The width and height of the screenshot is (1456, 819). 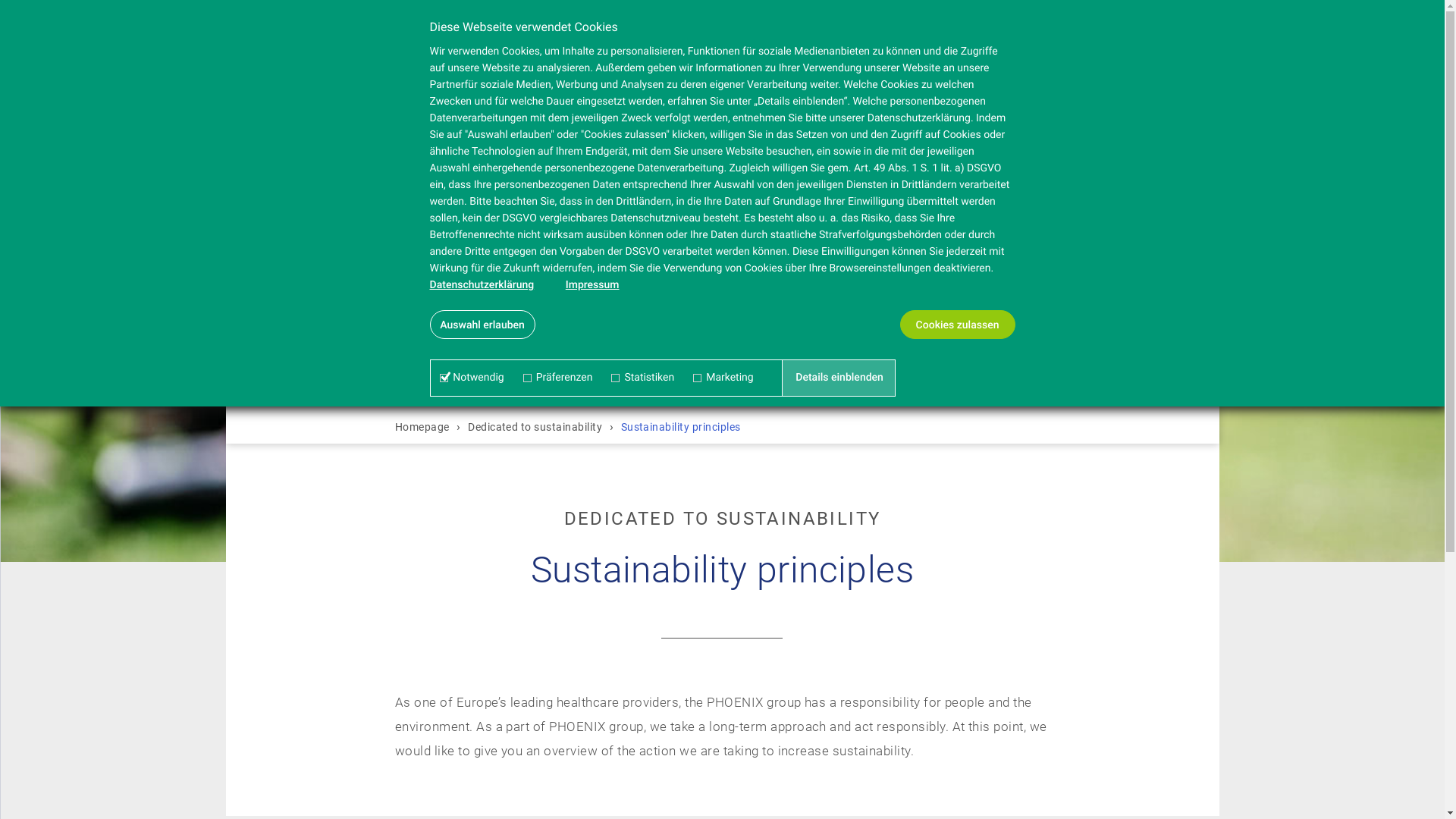 I want to click on 'BA', so click(x=298, y=38).